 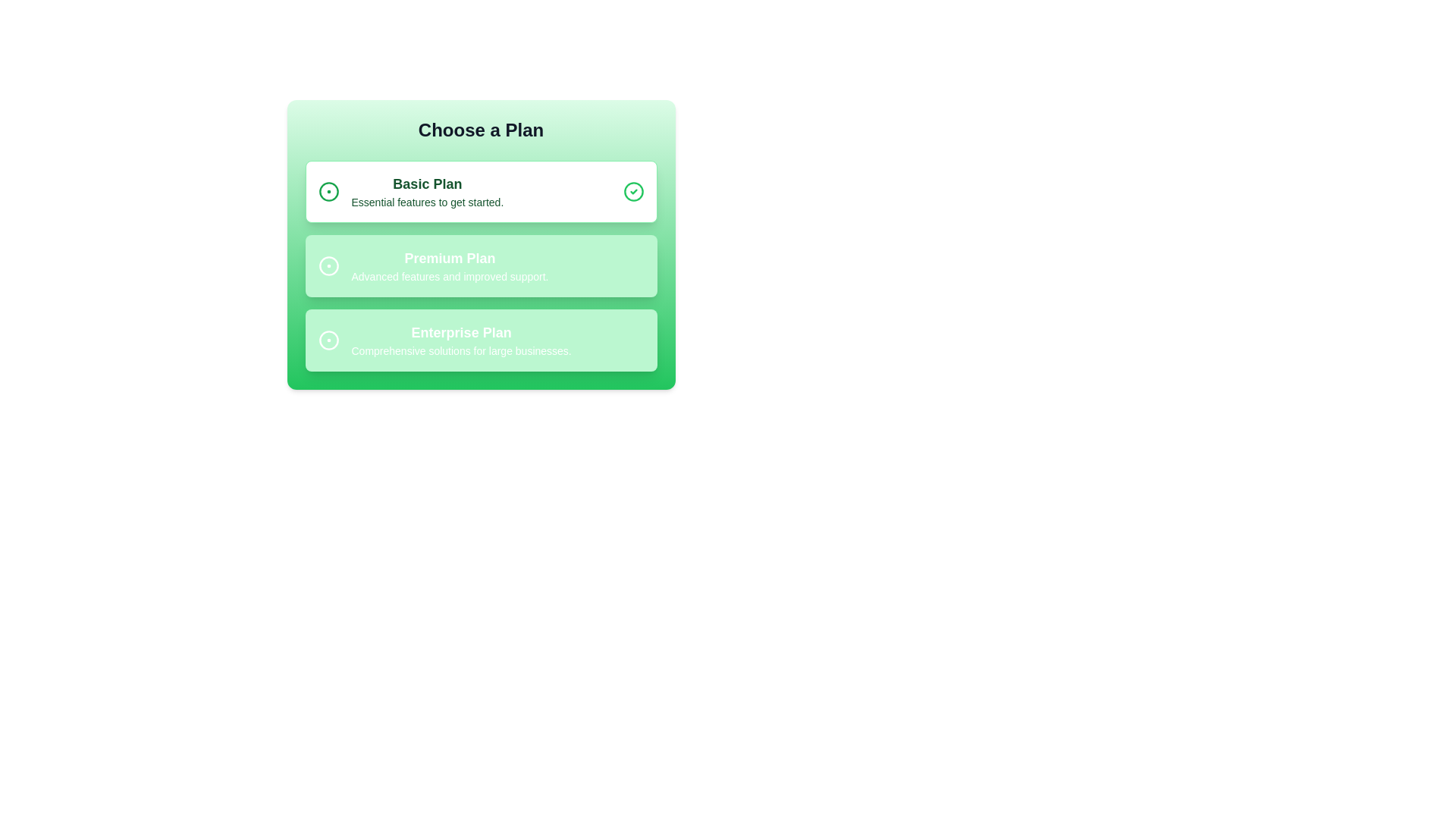 I want to click on text label for the premium plan option located in the middle section of the vertical stack of plan options, which is visually distinguished and includes the description 'Advanced features and improved support.', so click(x=449, y=257).